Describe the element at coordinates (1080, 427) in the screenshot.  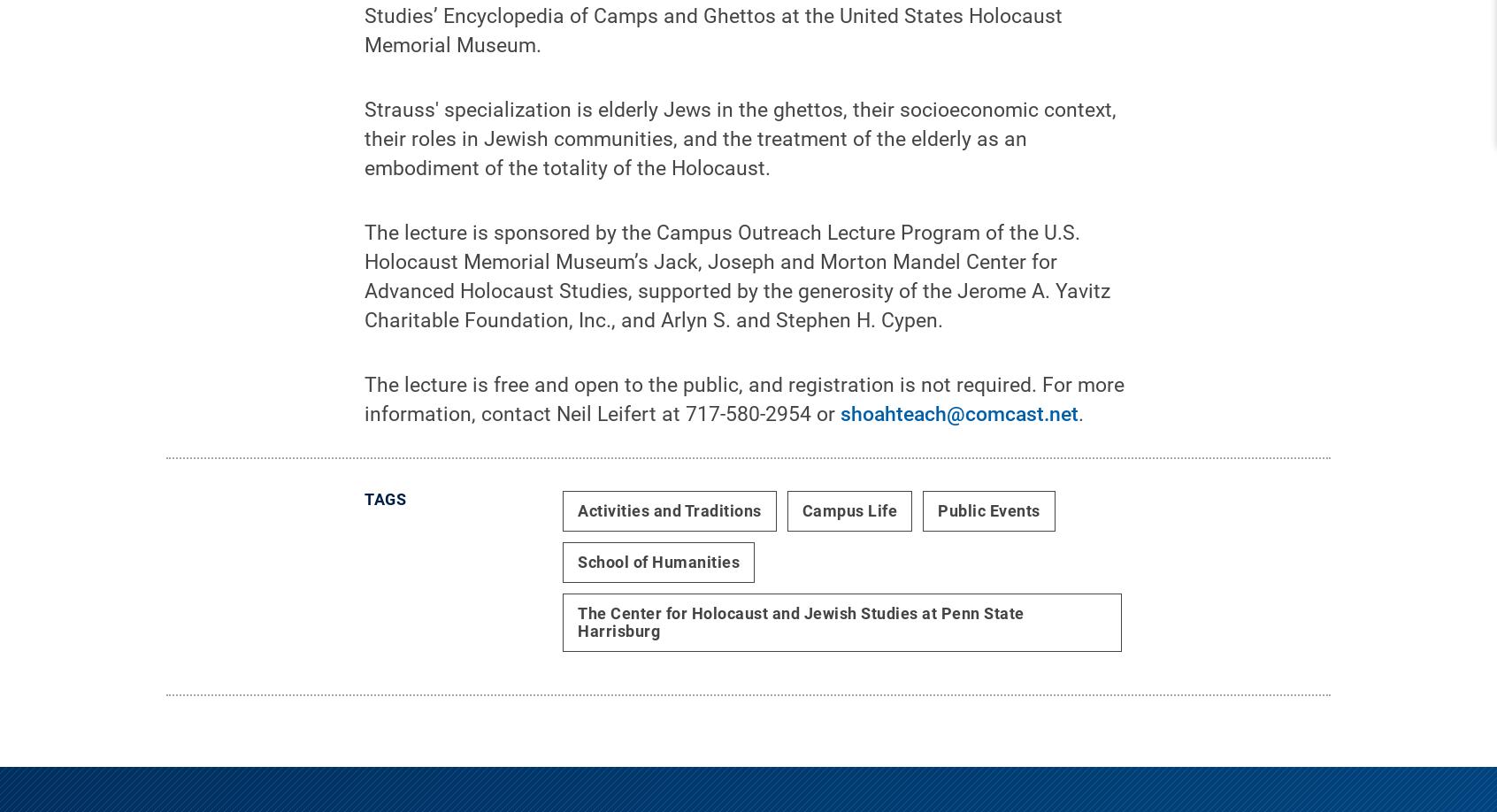
I see `'.'` at that location.